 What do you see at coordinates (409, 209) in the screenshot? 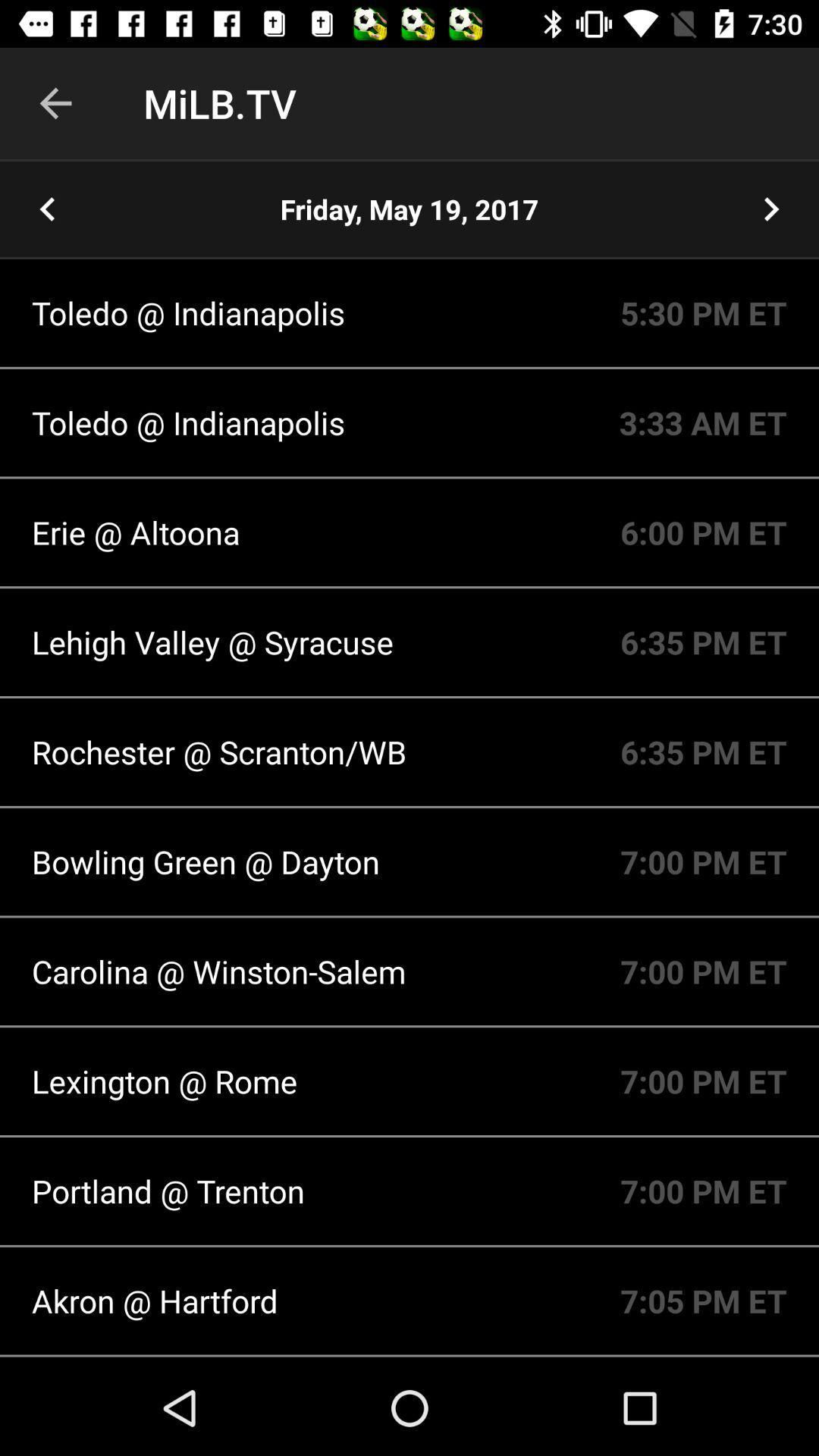
I see `the friday may 19 item` at bounding box center [409, 209].